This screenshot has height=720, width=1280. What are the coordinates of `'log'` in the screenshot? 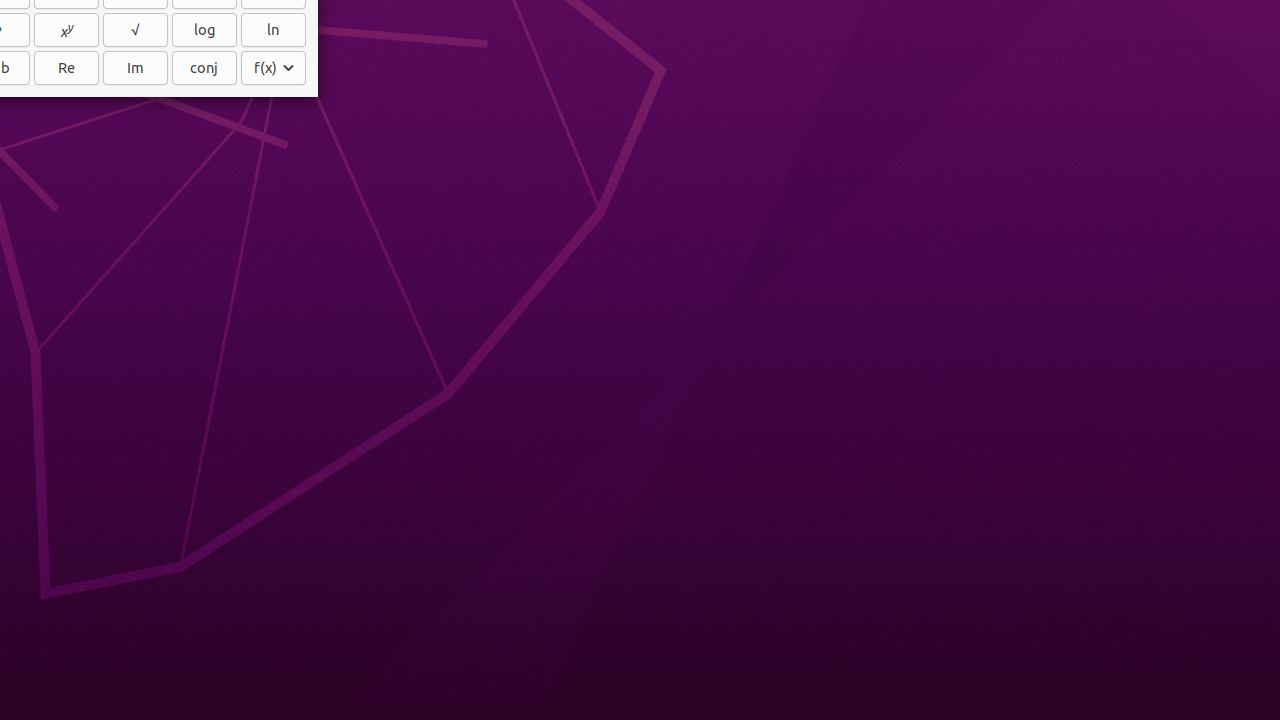 It's located at (204, 30).